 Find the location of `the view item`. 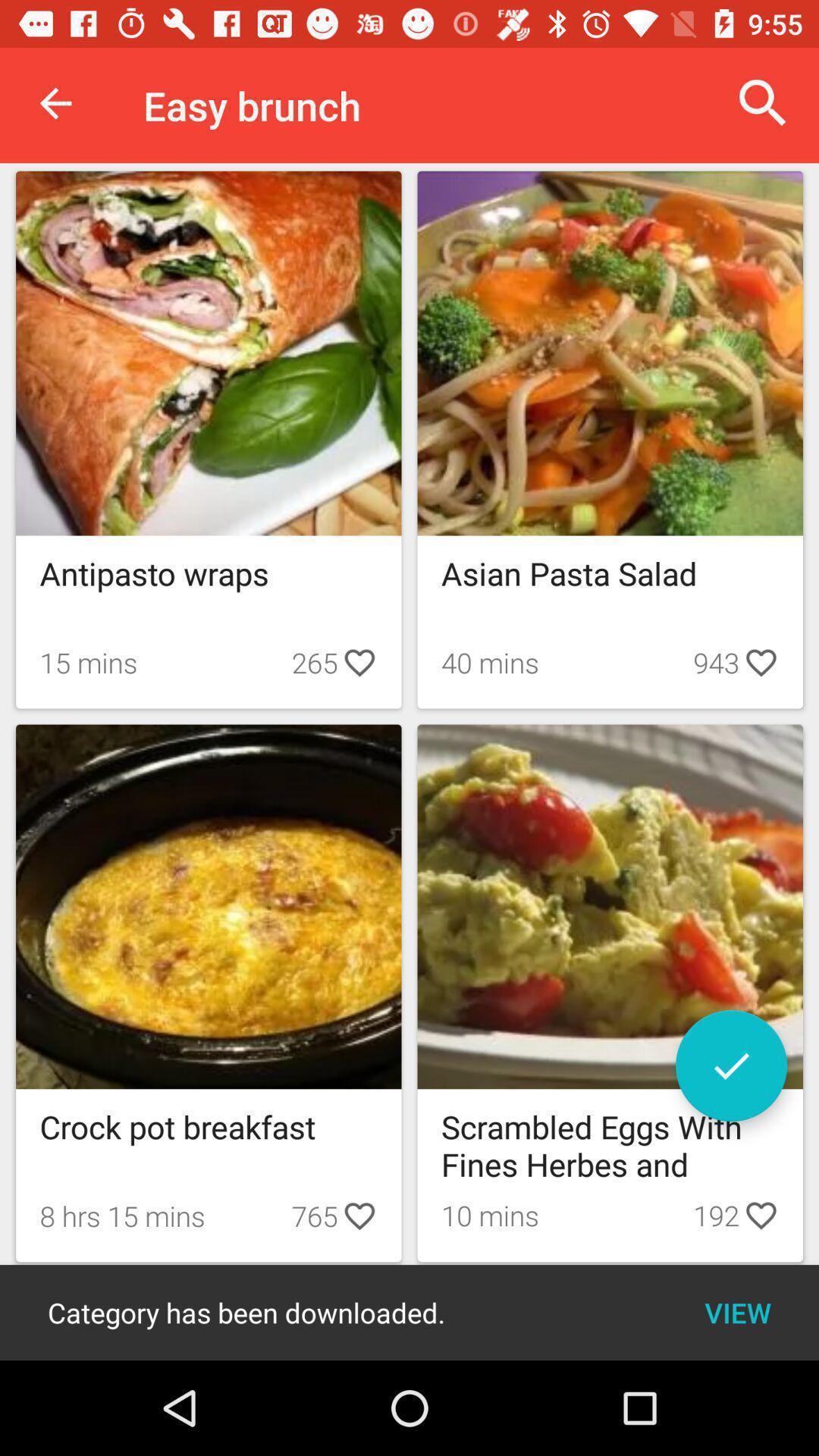

the view item is located at coordinates (737, 1312).